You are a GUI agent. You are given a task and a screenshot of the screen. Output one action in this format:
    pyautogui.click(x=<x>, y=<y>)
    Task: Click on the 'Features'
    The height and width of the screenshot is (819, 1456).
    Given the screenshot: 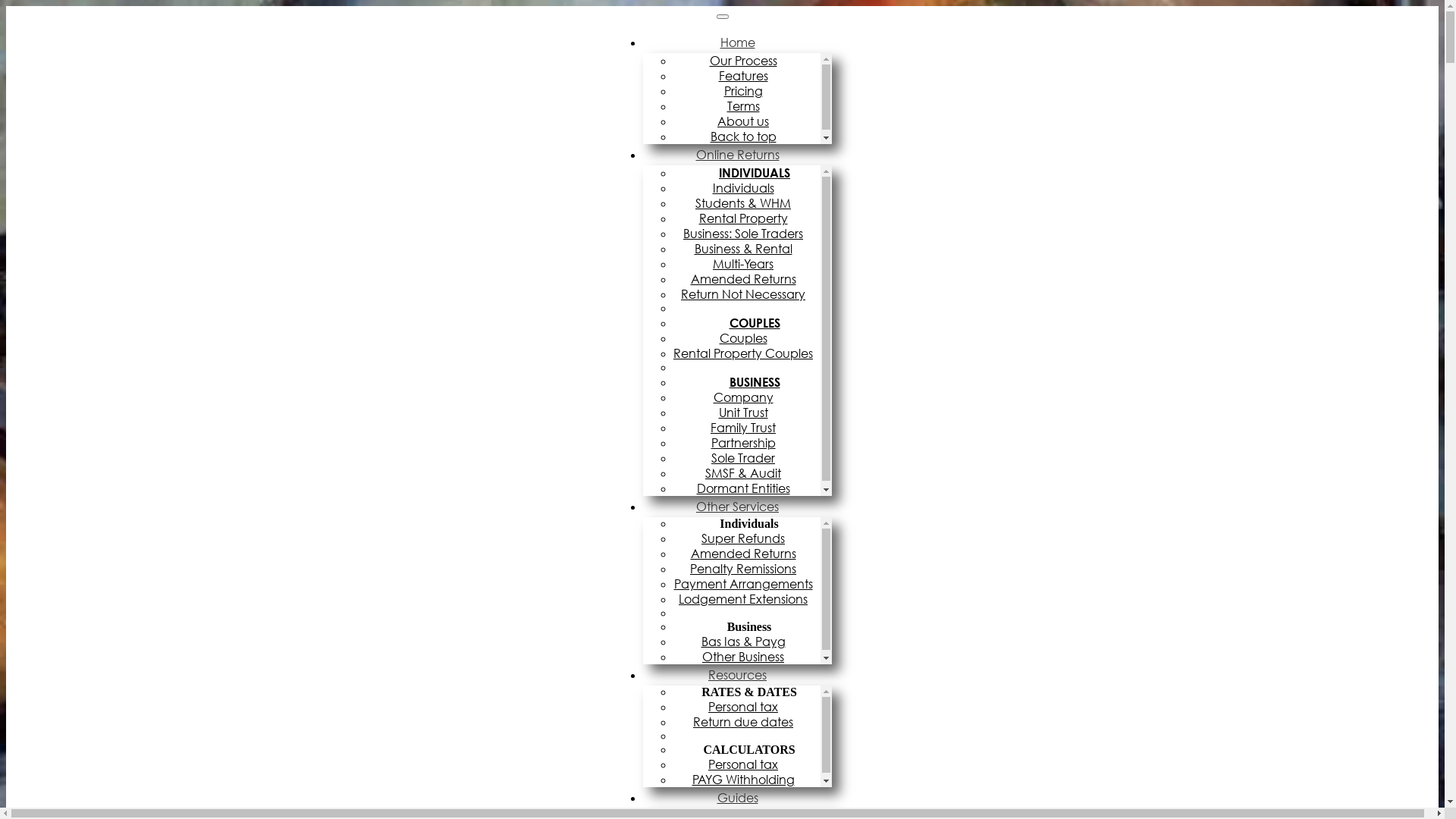 What is the action you would take?
    pyautogui.click(x=718, y=76)
    